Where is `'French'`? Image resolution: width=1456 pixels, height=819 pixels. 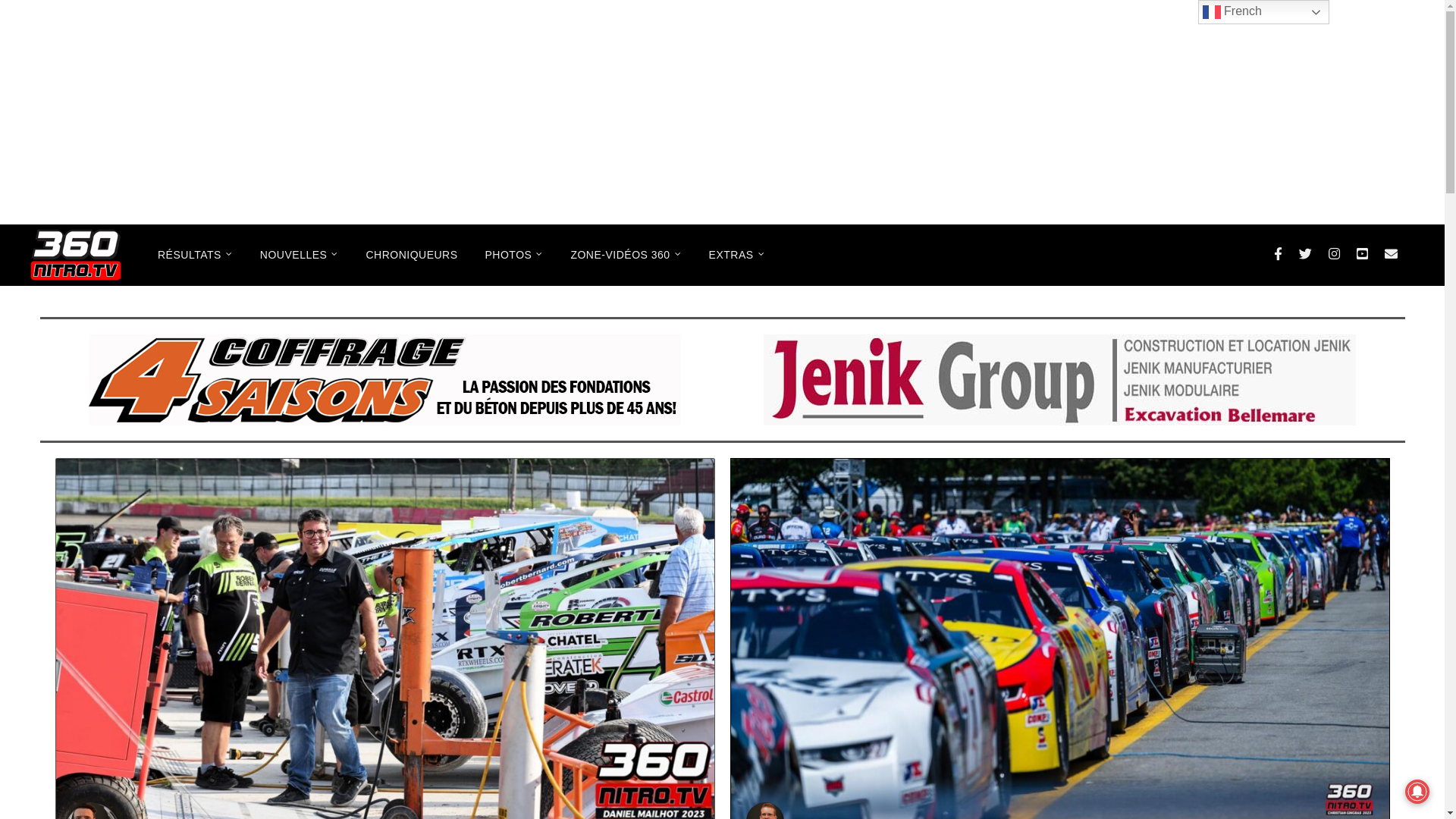 'French' is located at coordinates (1263, 11).